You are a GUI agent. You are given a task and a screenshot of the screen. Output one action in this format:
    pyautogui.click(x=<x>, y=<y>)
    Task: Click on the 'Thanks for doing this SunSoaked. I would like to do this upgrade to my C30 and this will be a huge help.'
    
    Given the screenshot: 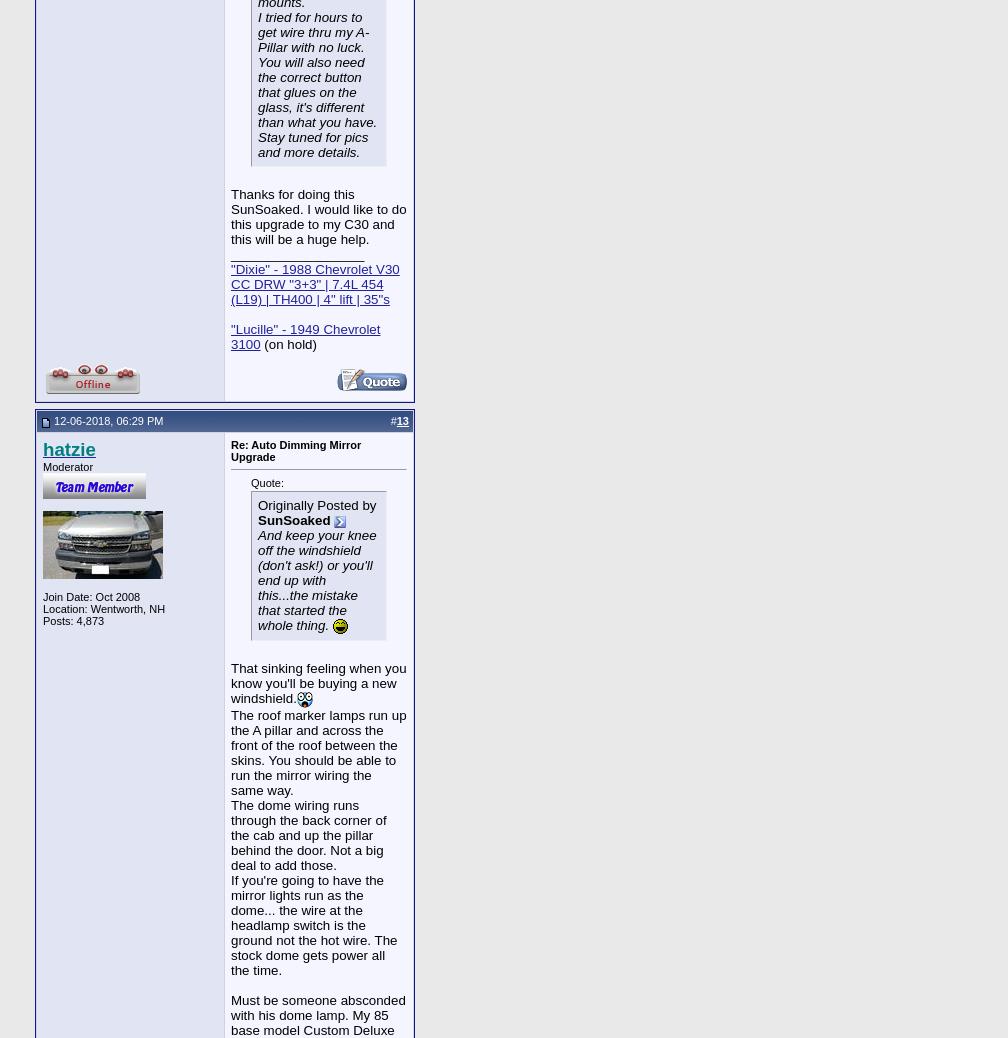 What is the action you would take?
    pyautogui.click(x=231, y=216)
    